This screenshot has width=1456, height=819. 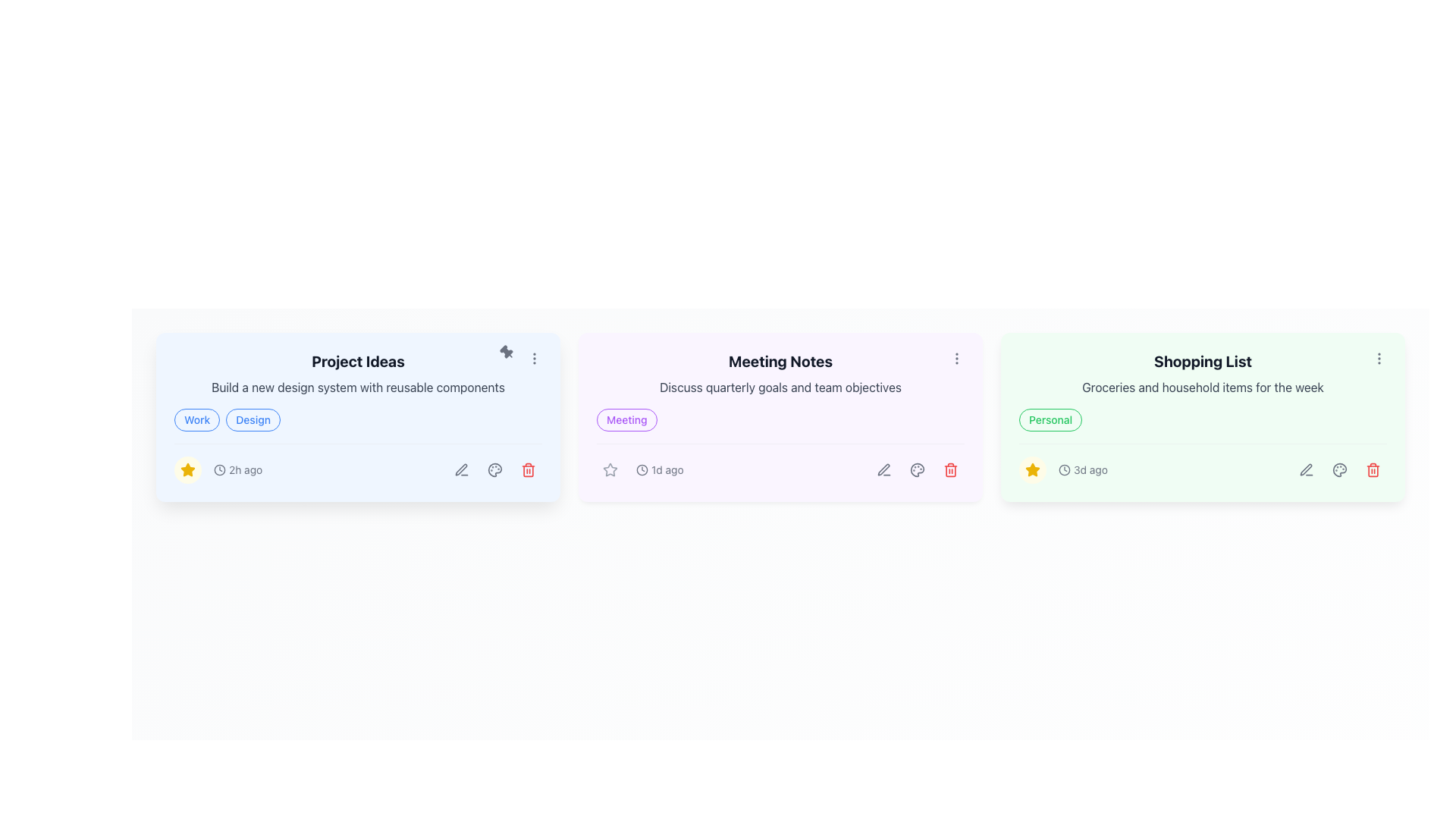 I want to click on the pen-shaped icon button located at the second position on the bottom action bar of the 'Shopping List' card to initiate the editing functionality, so click(x=1306, y=469).